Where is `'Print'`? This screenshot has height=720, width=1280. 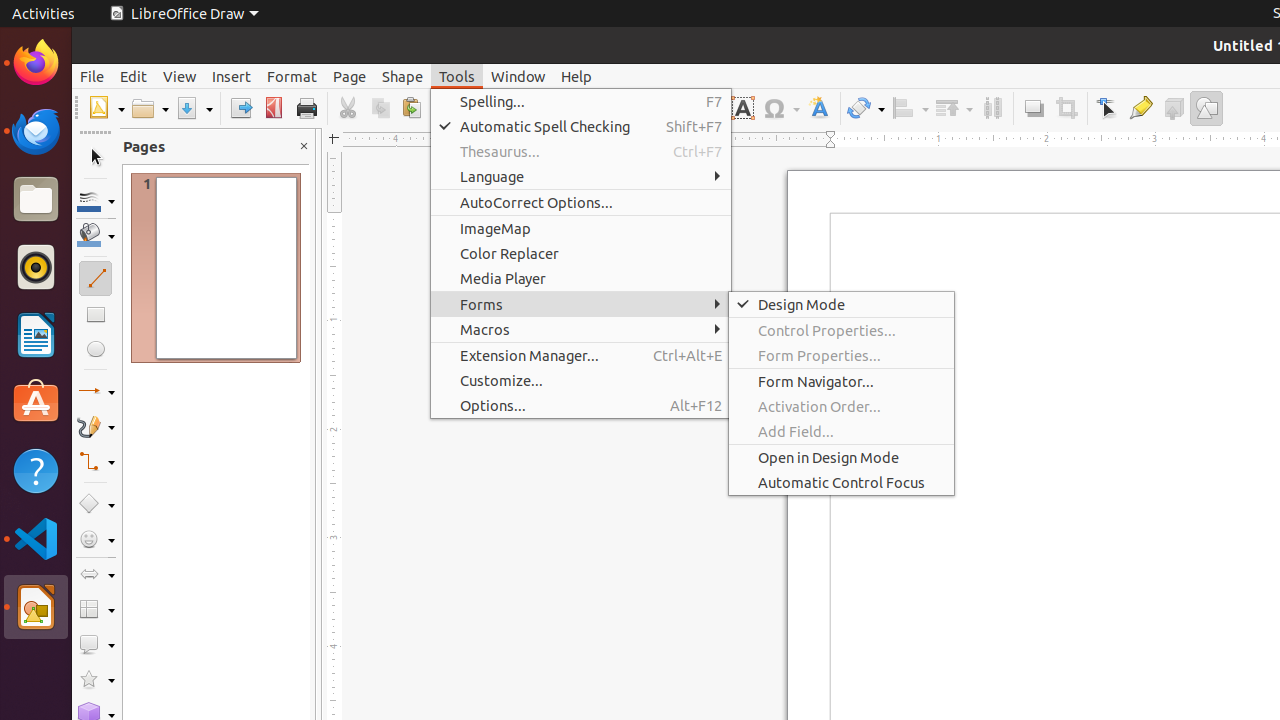 'Print' is located at coordinates (305, 108).